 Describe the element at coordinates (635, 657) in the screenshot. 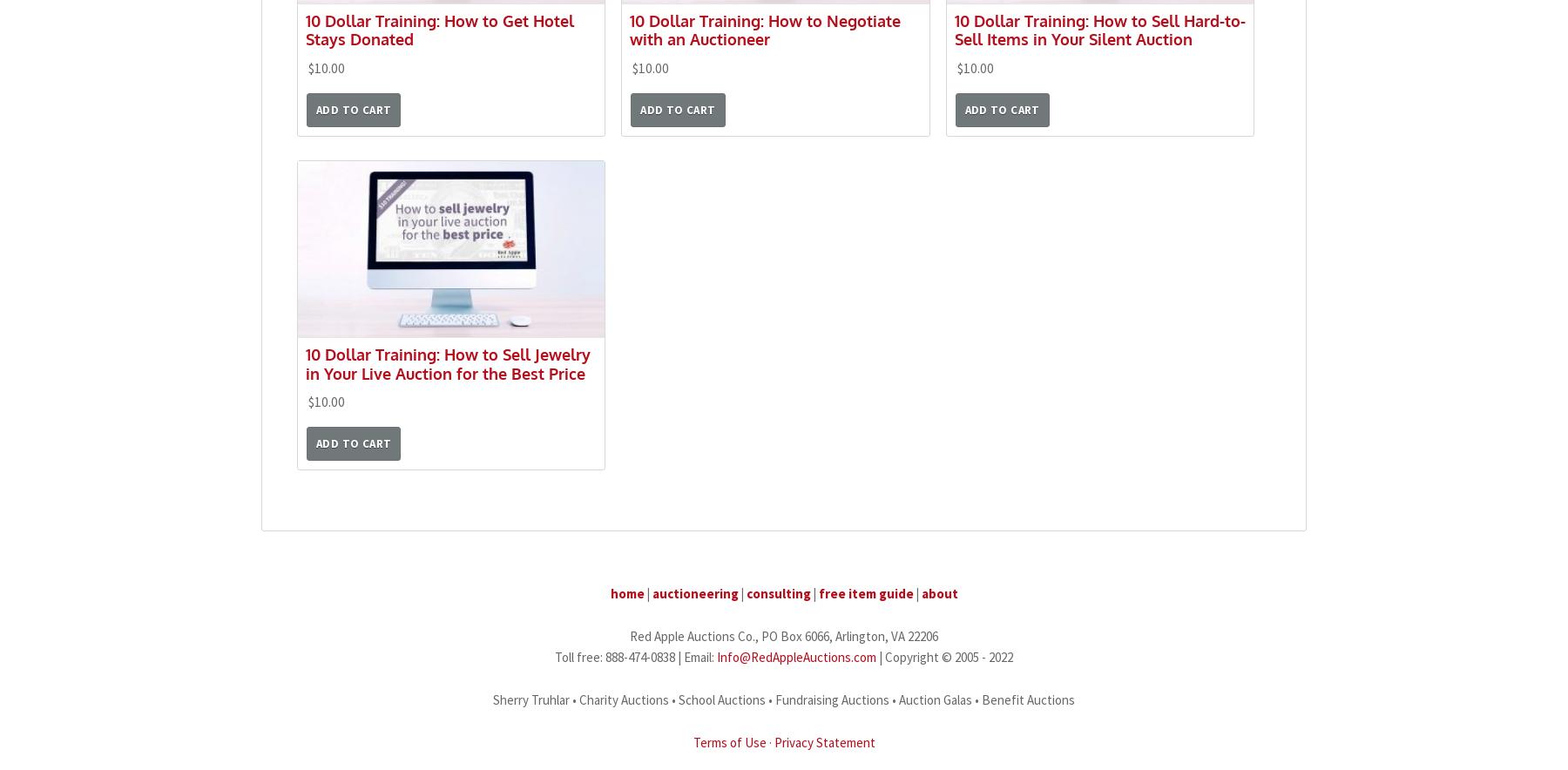

I see `'Toll free: 888-474-0838 | Email:'` at that location.